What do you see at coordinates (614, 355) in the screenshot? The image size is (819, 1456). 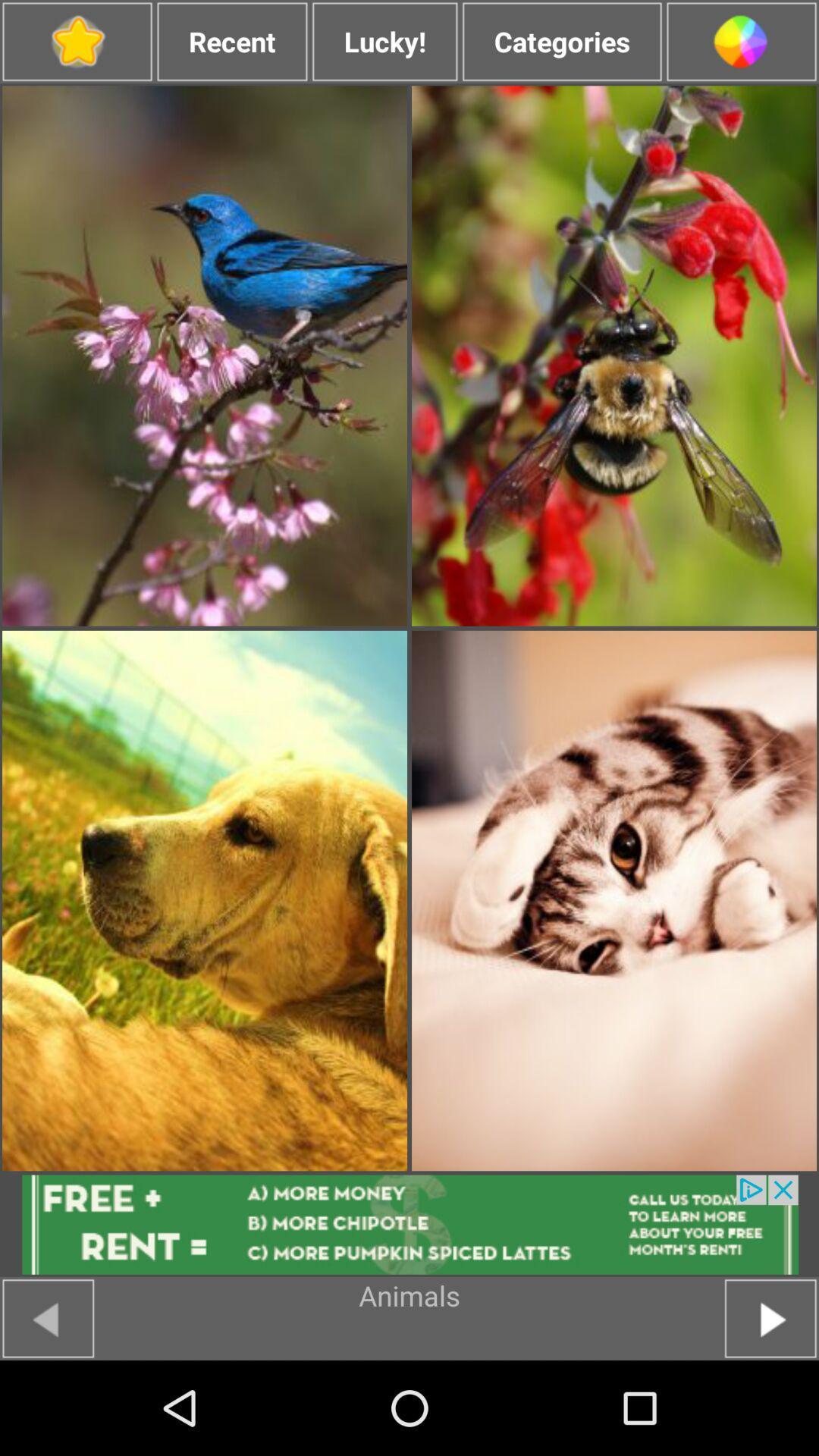 I see `picture` at bounding box center [614, 355].